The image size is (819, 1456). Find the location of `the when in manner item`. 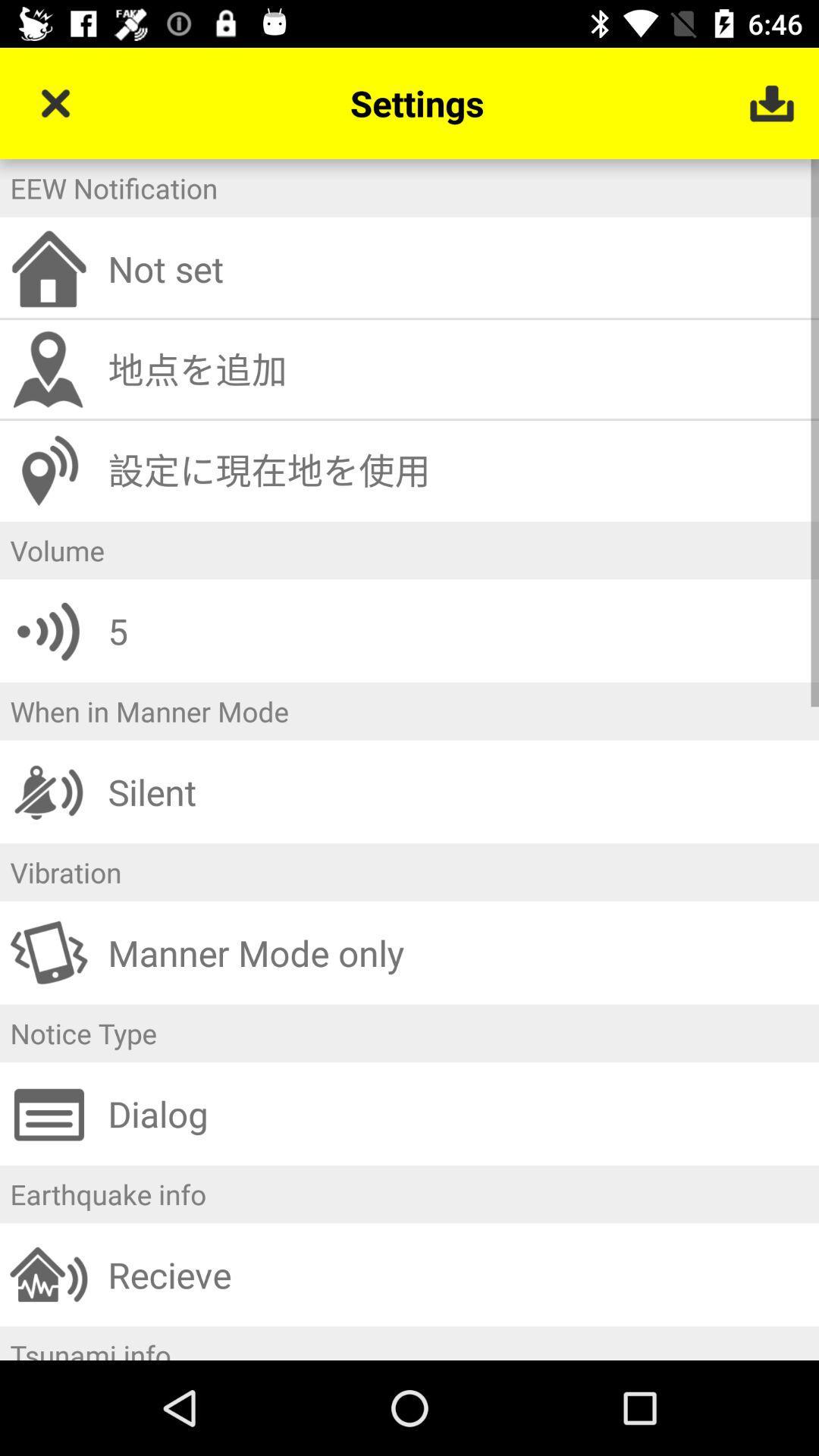

the when in manner item is located at coordinates (409, 711).